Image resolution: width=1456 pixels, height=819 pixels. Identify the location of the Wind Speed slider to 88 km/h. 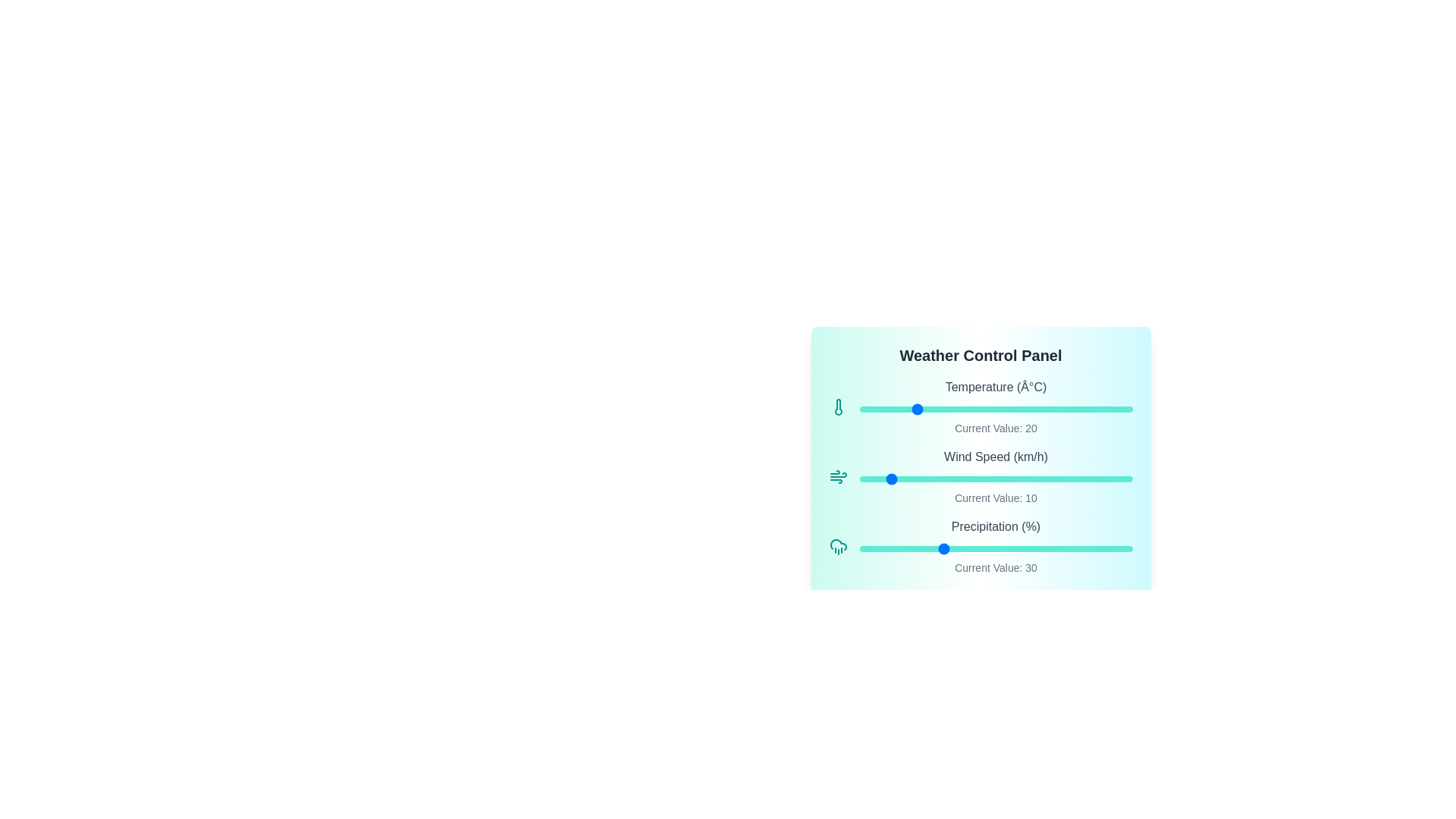
(1100, 479).